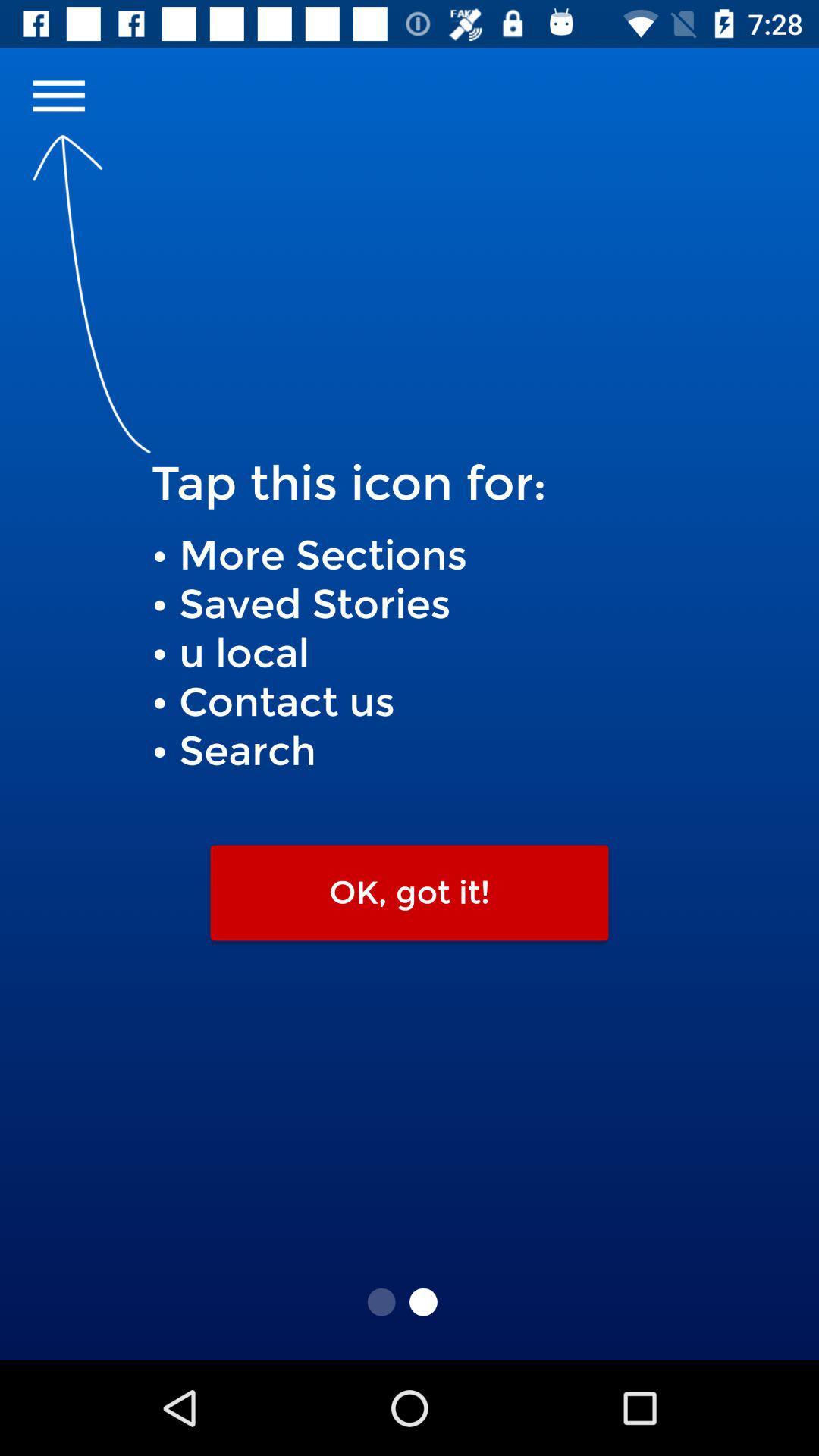 Image resolution: width=819 pixels, height=1456 pixels. What do you see at coordinates (409, 893) in the screenshot?
I see `ok, got it! icon` at bounding box center [409, 893].